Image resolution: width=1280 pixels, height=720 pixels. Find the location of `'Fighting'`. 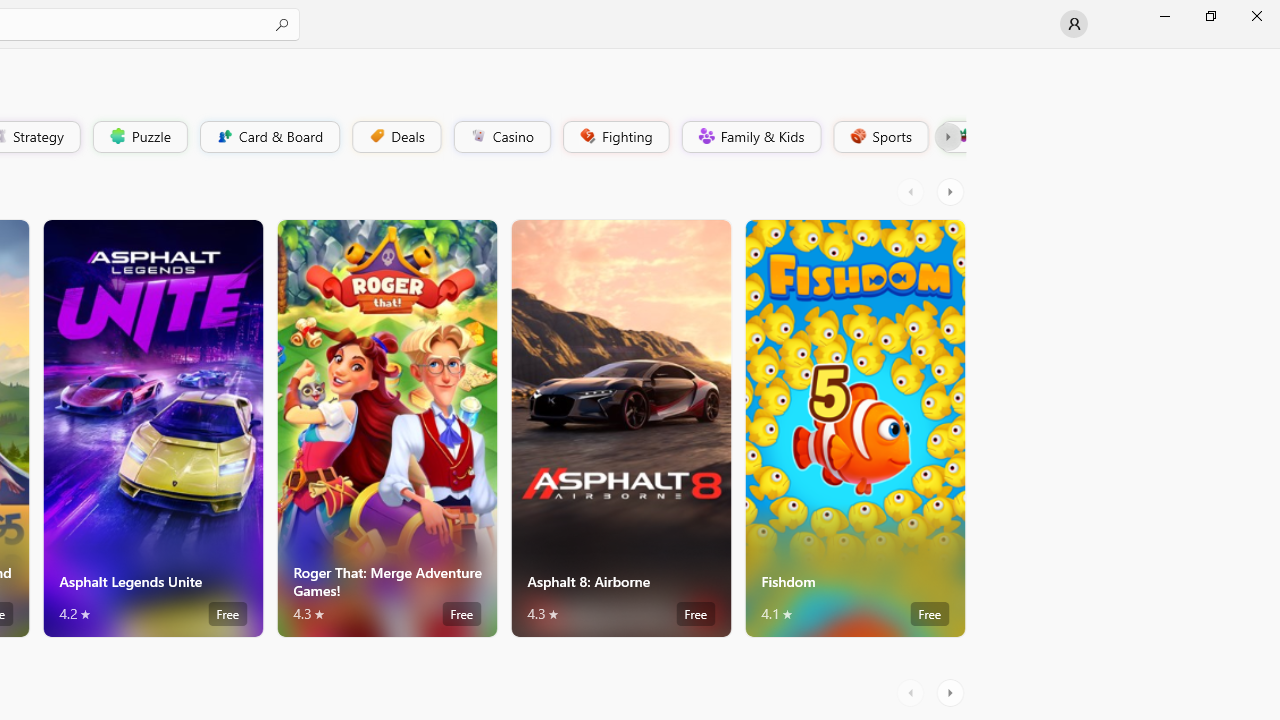

'Fighting' is located at coordinates (614, 135).